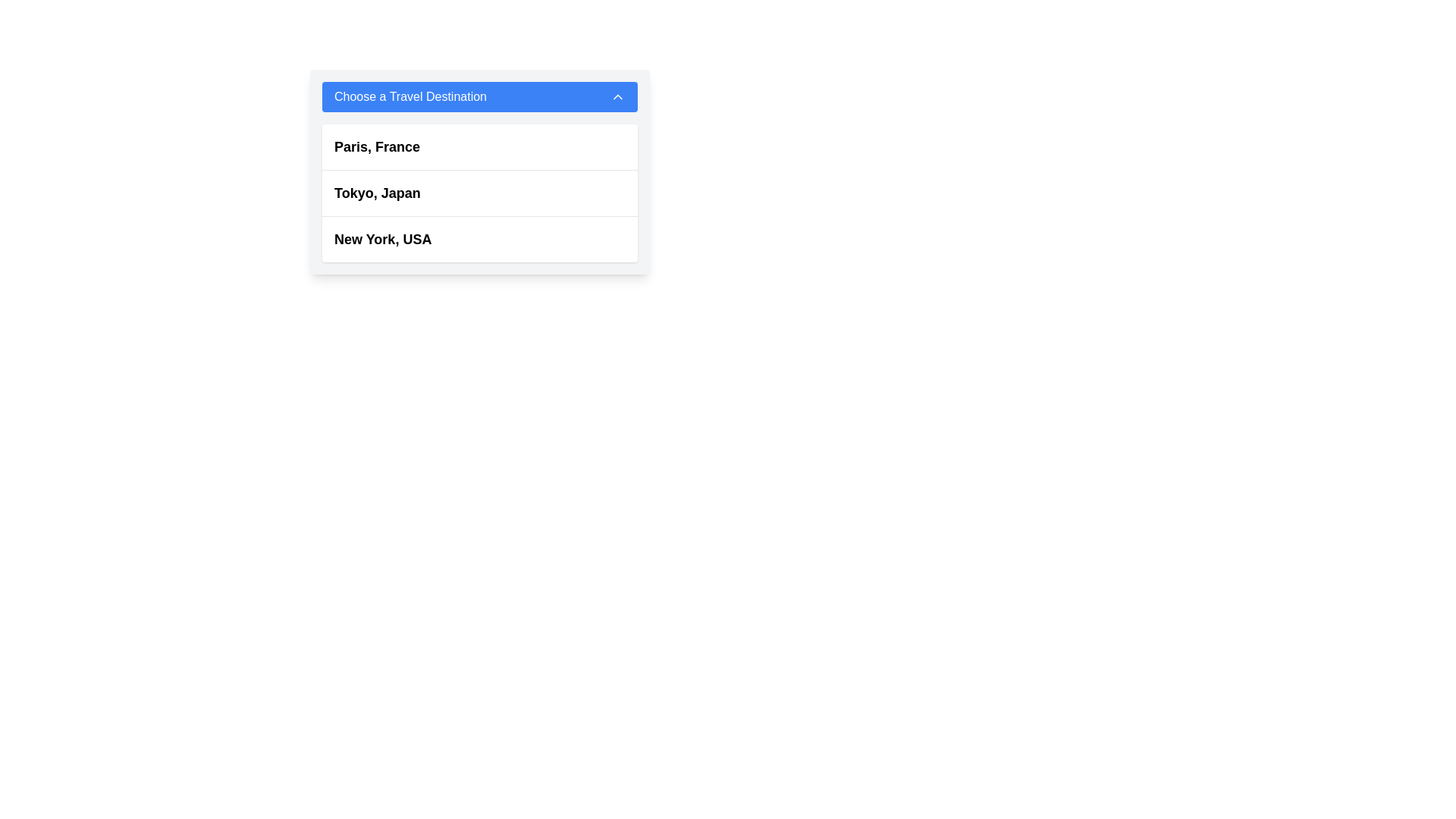  What do you see at coordinates (479, 96) in the screenshot?
I see `the dropdown button for selecting a travel destination` at bounding box center [479, 96].